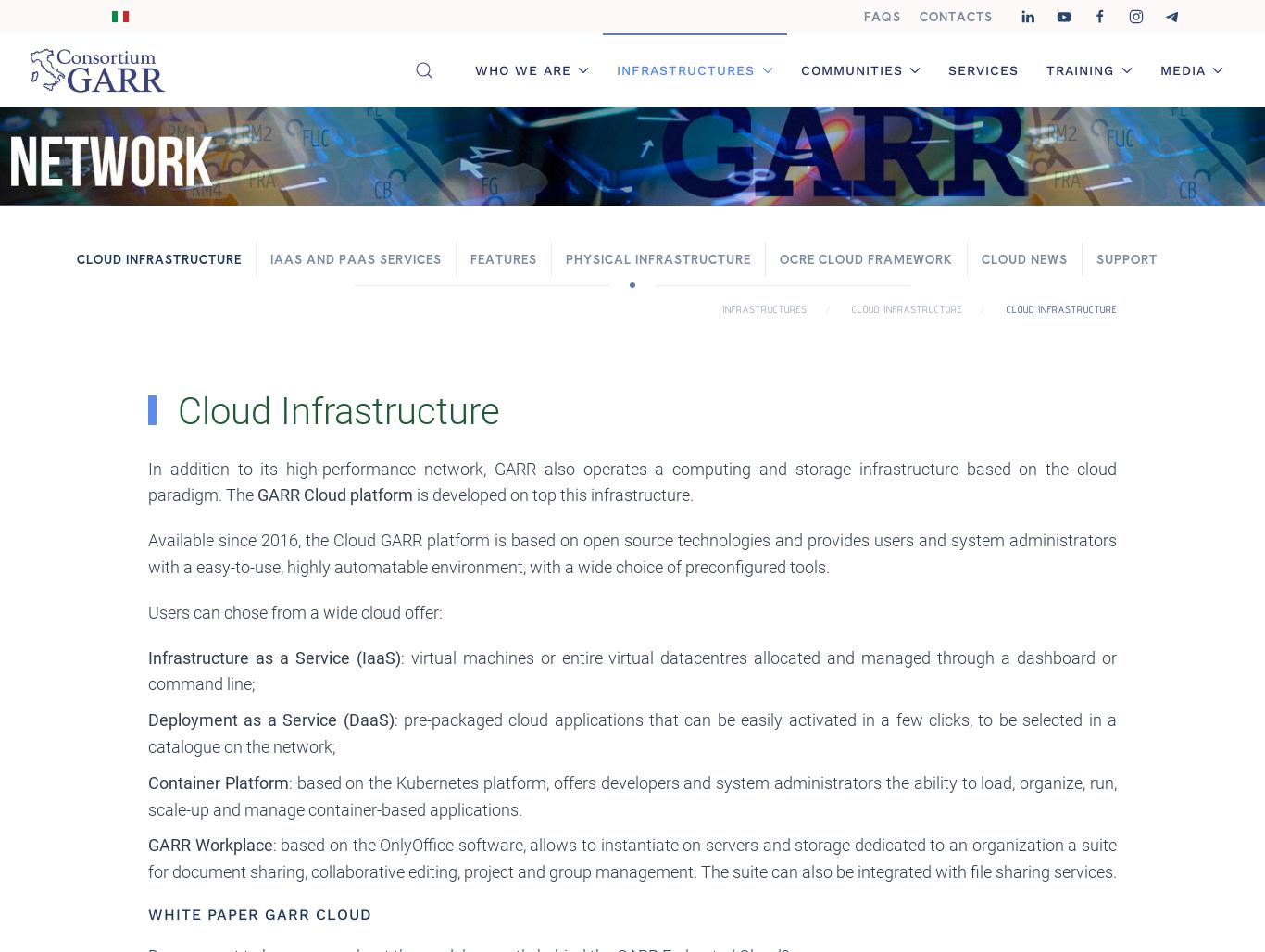 This screenshot has height=952, width=1265. I want to click on 'is developed on top this infrastructure.', so click(552, 495).